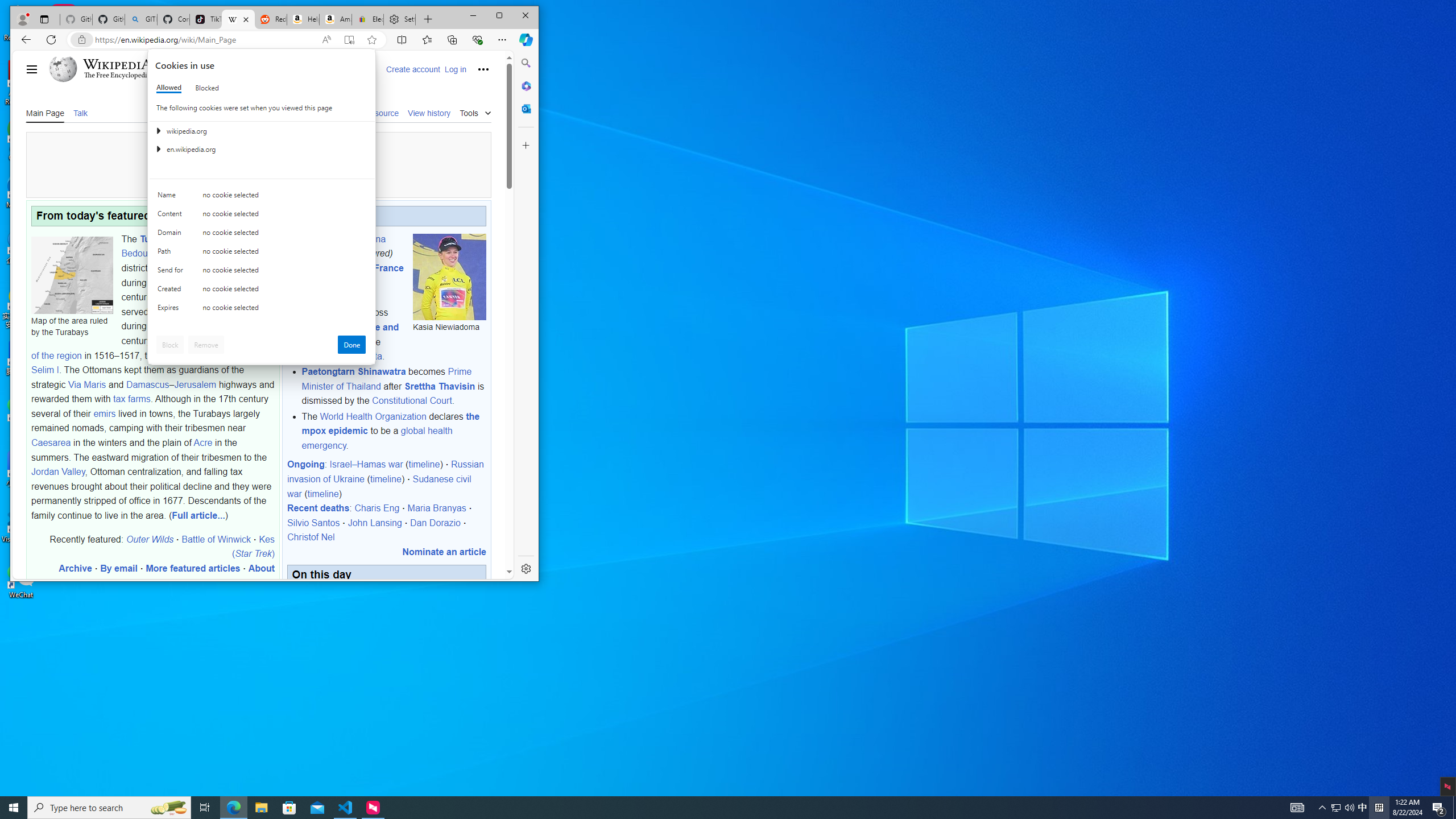 The height and width of the screenshot is (819, 1456). I want to click on 'Blocked', so click(206, 87).